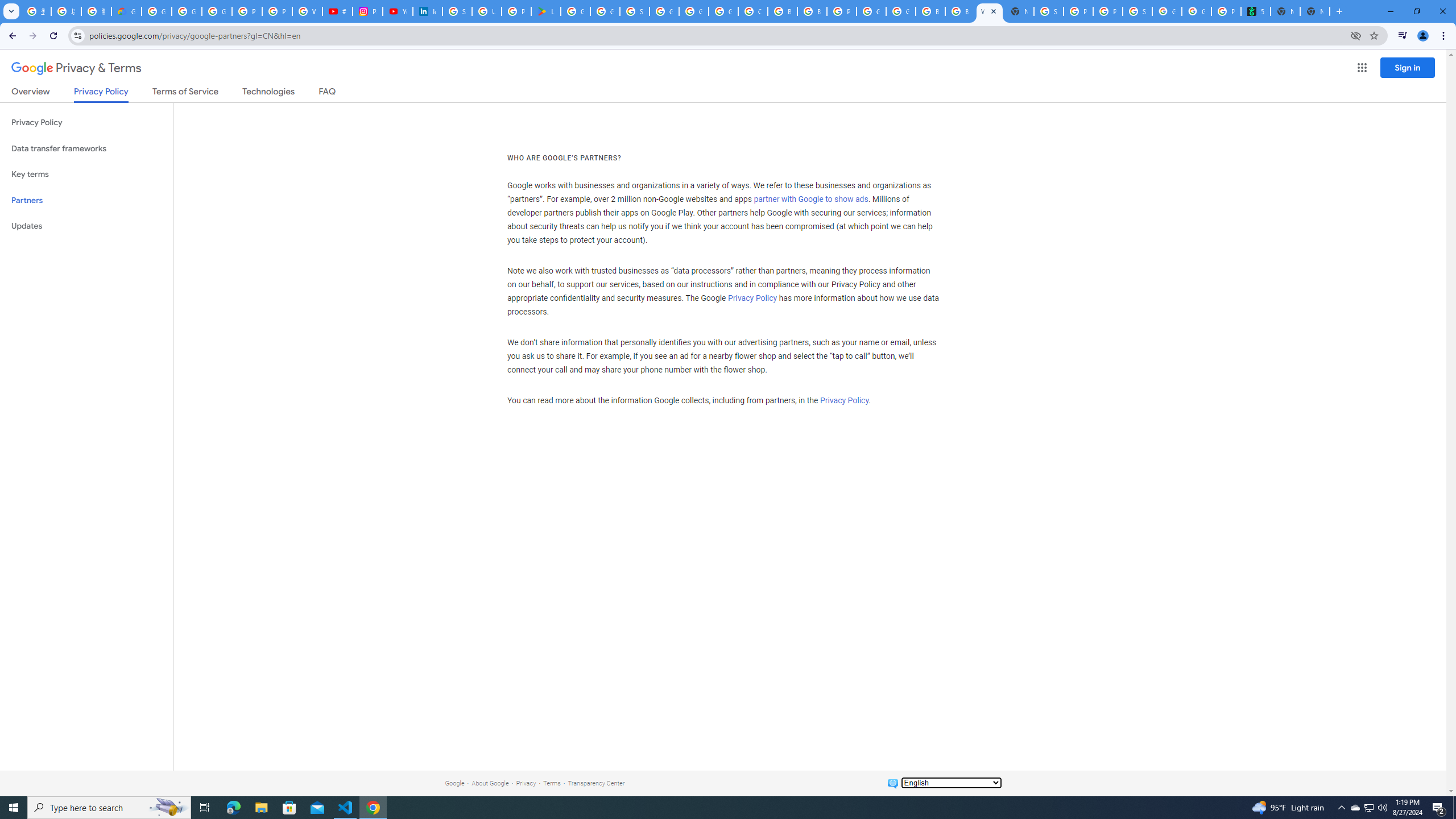 The image size is (1456, 819). Describe the element at coordinates (337, 11) in the screenshot. I see `'#nbabasketballhighlights - YouTube'` at that location.